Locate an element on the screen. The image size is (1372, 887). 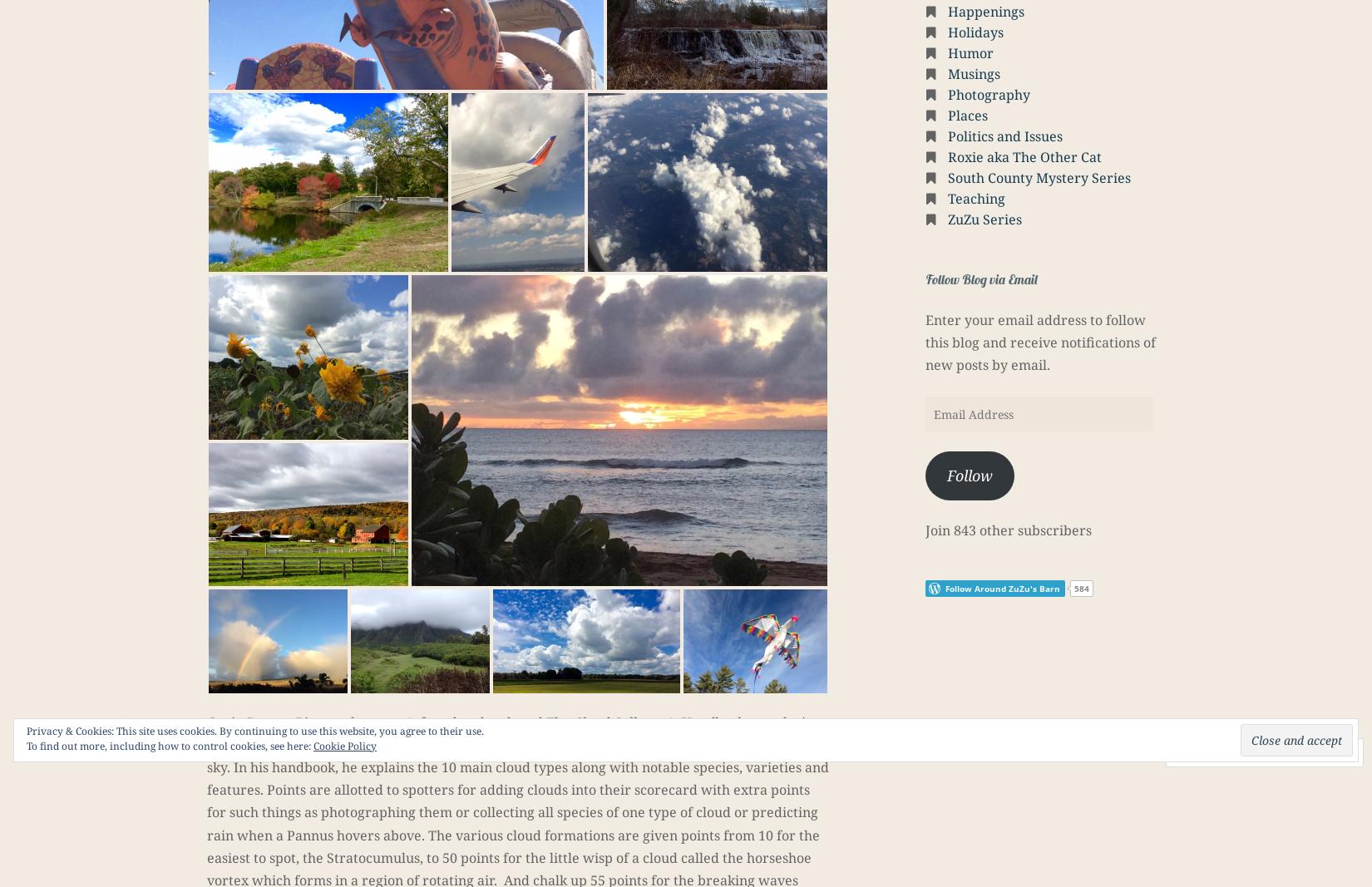
'ZuZu Series' is located at coordinates (985, 219).